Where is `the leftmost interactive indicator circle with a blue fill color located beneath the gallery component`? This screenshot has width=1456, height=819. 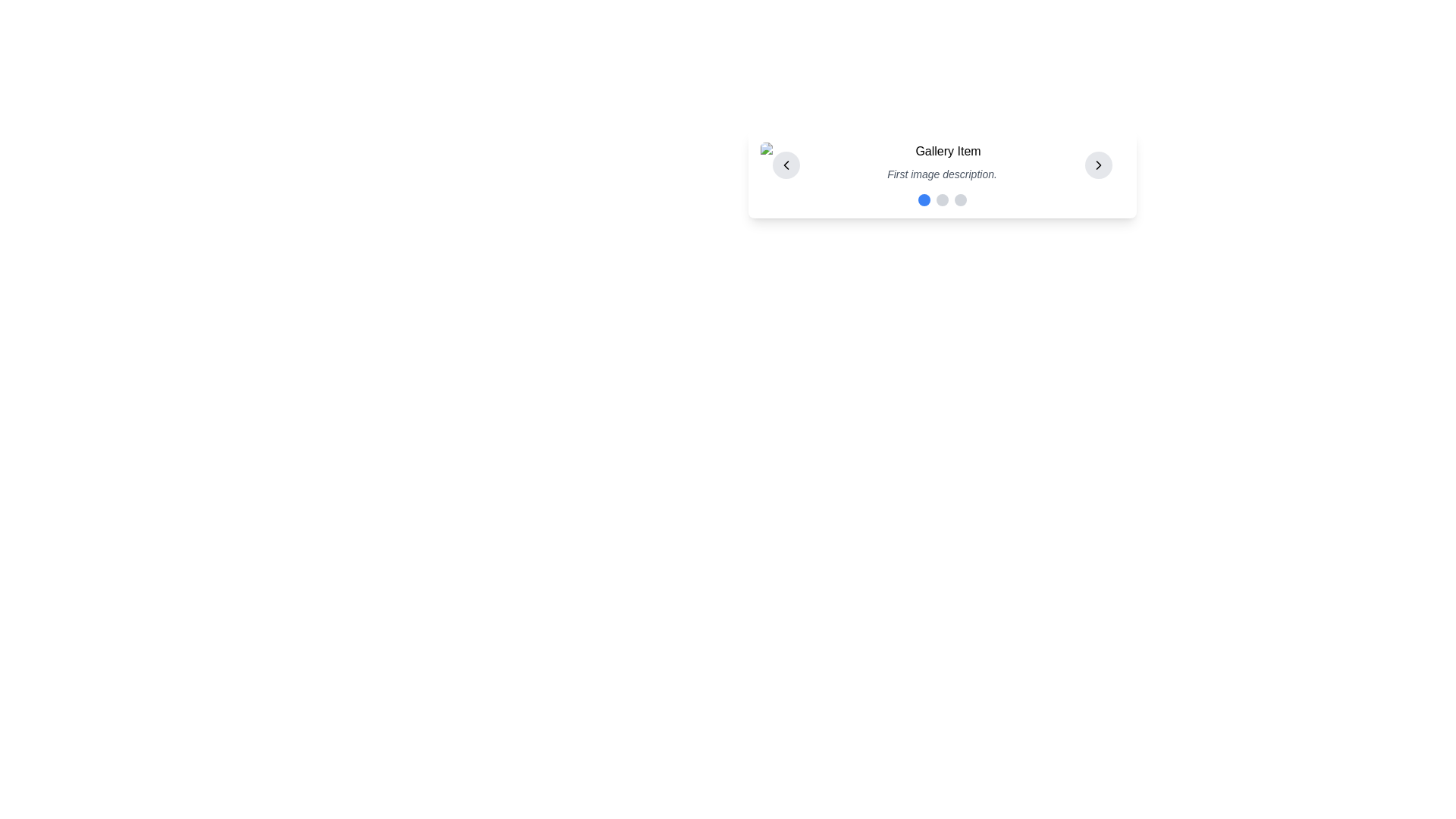 the leftmost interactive indicator circle with a blue fill color located beneath the gallery component is located at coordinates (923, 199).